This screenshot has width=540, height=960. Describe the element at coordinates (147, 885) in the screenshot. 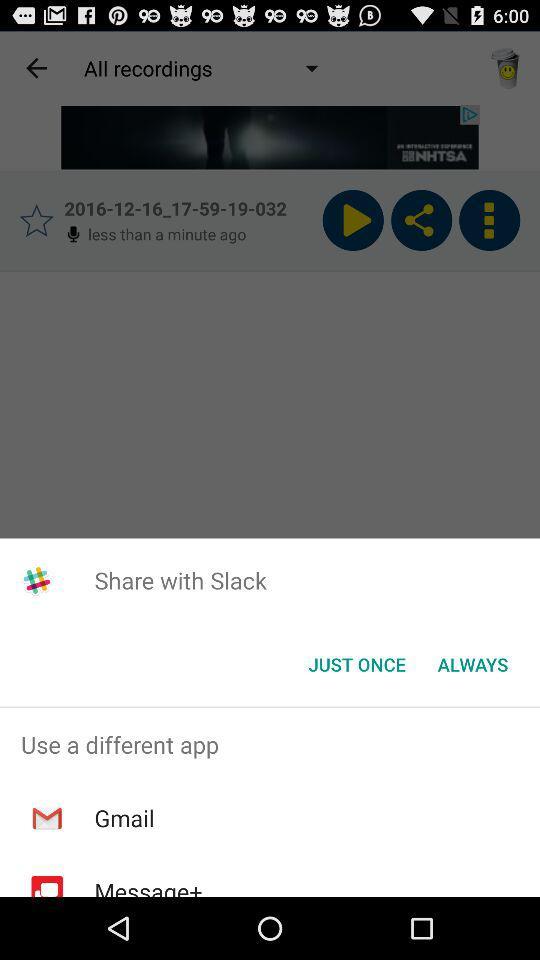

I see `message+` at that location.